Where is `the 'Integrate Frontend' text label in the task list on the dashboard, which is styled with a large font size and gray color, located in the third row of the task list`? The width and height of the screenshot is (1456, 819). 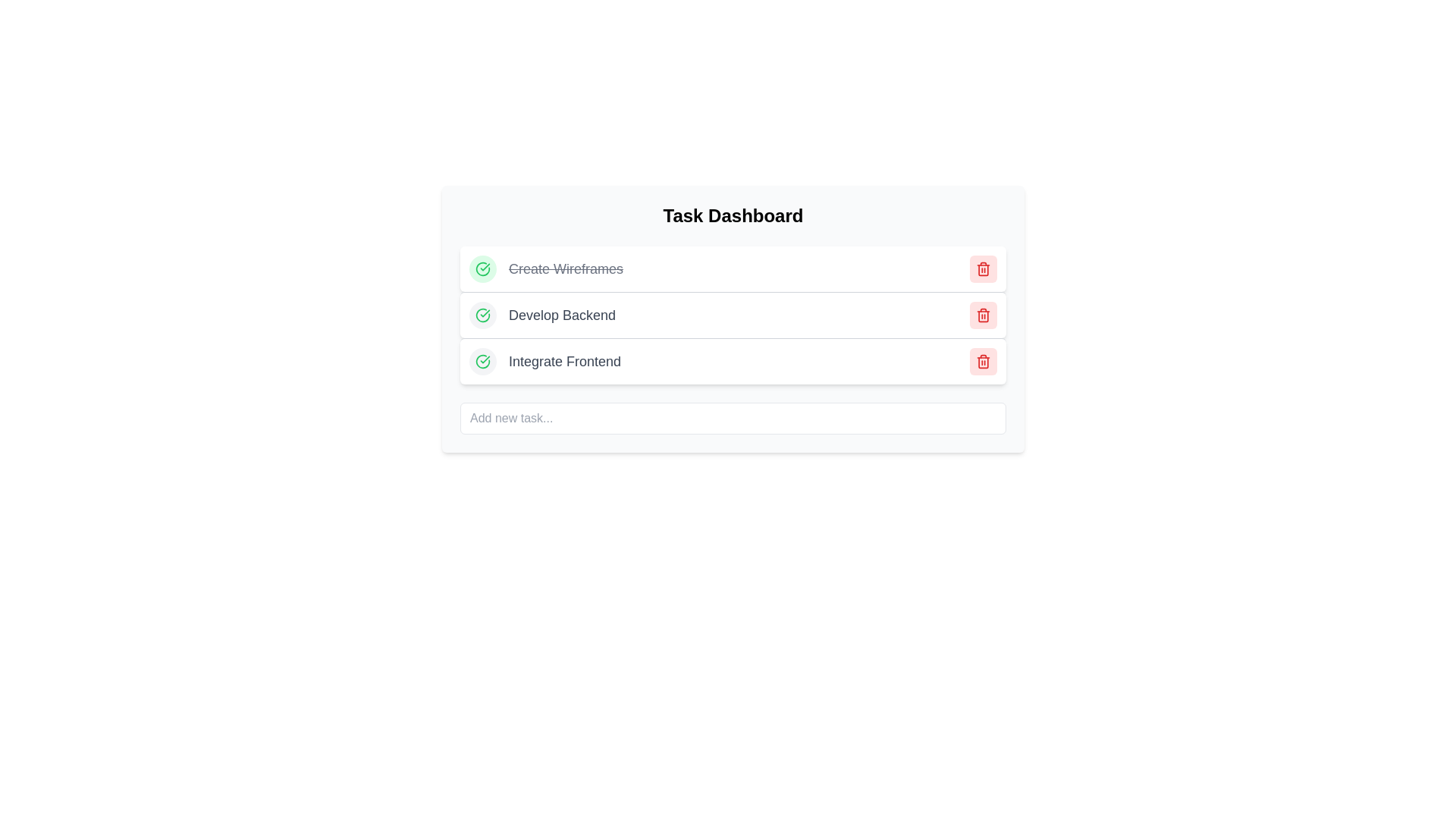
the 'Integrate Frontend' text label in the task list on the dashboard, which is styled with a large font size and gray color, located in the third row of the task list is located at coordinates (563, 362).